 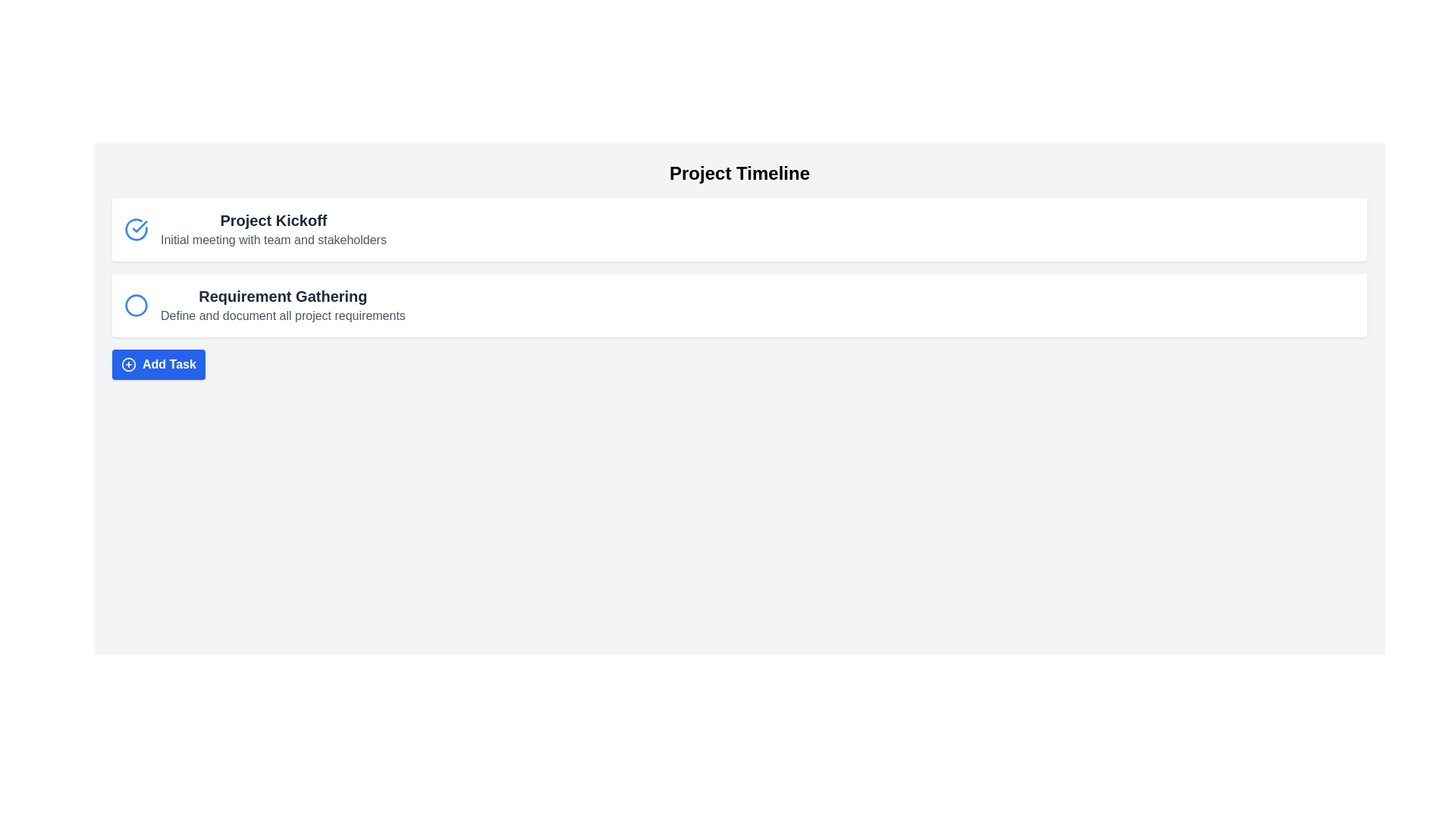 I want to click on the text item labeled 'Project Kickoff' which includes a bold heading and a lighter subheading, located in a white rectangular box within the first task entry, so click(x=273, y=230).